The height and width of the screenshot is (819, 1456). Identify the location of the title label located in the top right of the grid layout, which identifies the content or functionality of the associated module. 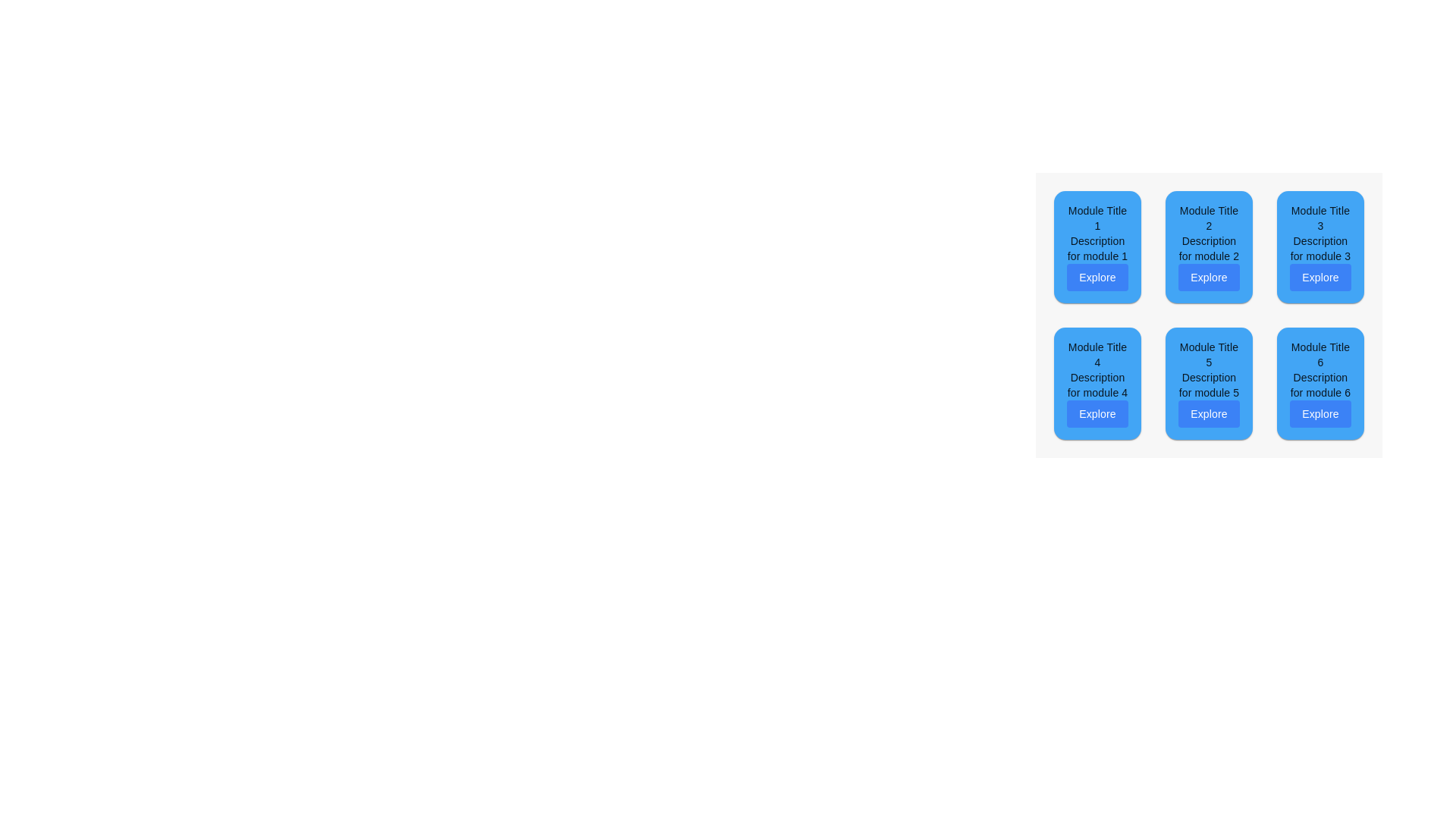
(1319, 218).